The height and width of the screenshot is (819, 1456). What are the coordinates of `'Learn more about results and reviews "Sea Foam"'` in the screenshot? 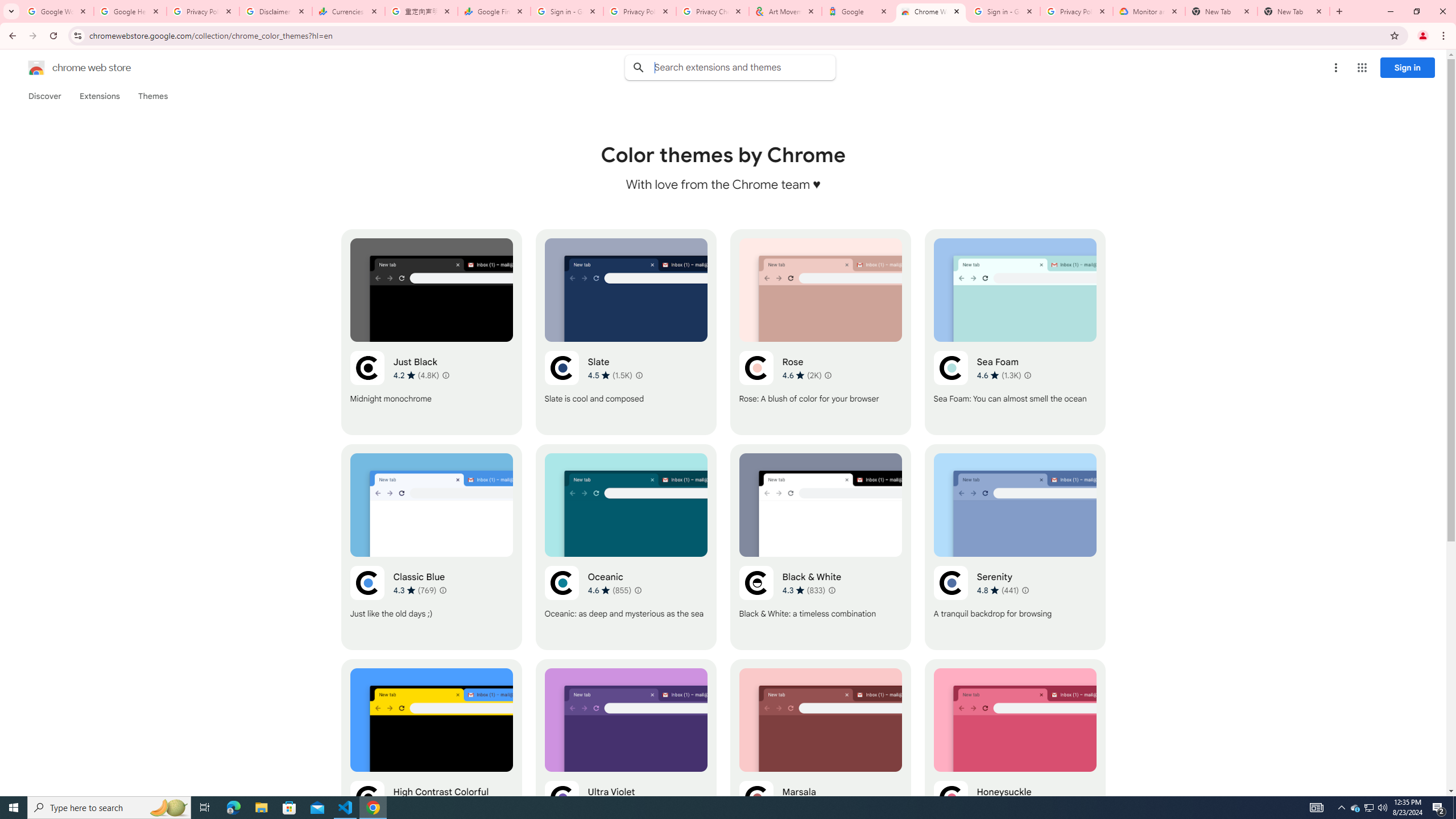 It's located at (1027, 375).